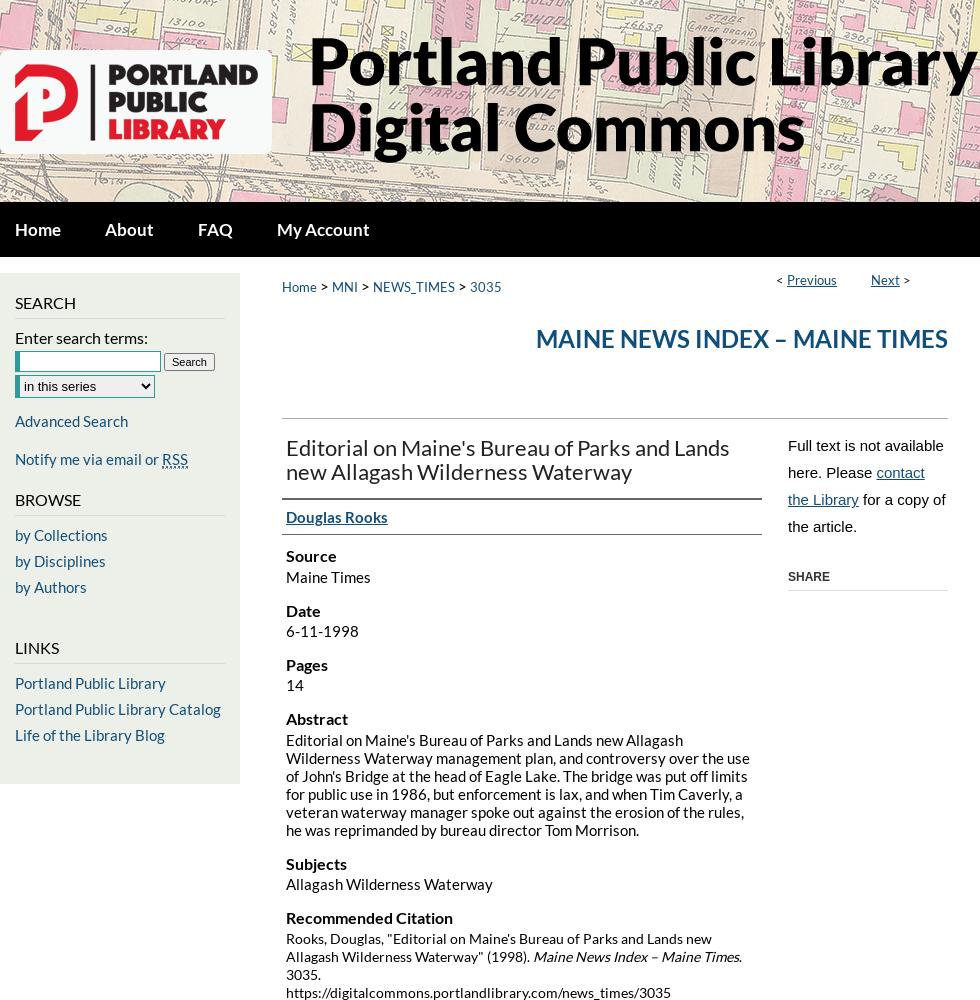 The width and height of the screenshot is (980, 1000). What do you see at coordinates (50, 586) in the screenshot?
I see `'by Authors'` at bounding box center [50, 586].